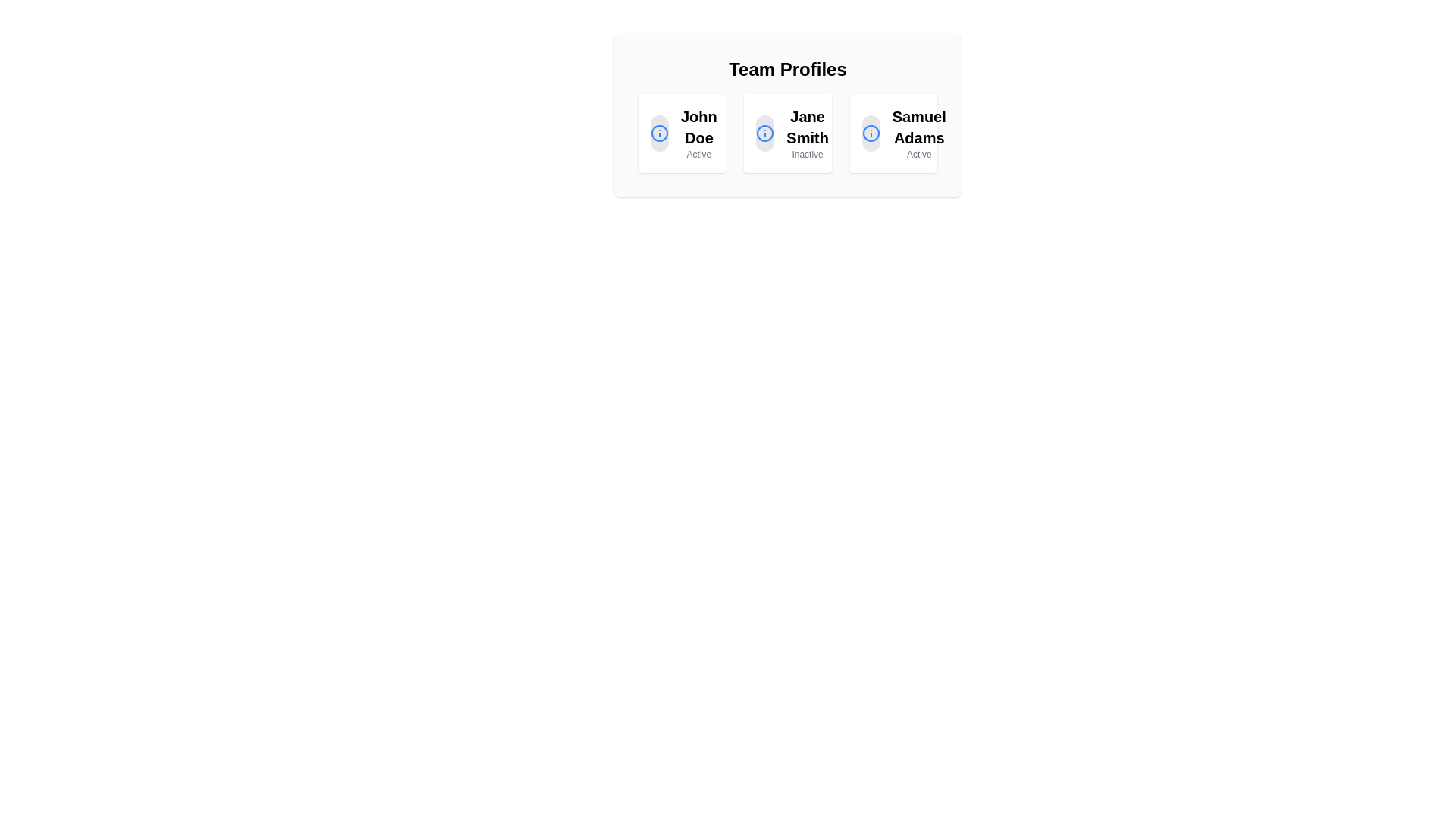  Describe the element at coordinates (698, 133) in the screenshot. I see `information displayed on the text label indicating the name and status ('Active') of the first team member in the 'Team Profiles' section, which is located to the right of a blue icon` at that location.